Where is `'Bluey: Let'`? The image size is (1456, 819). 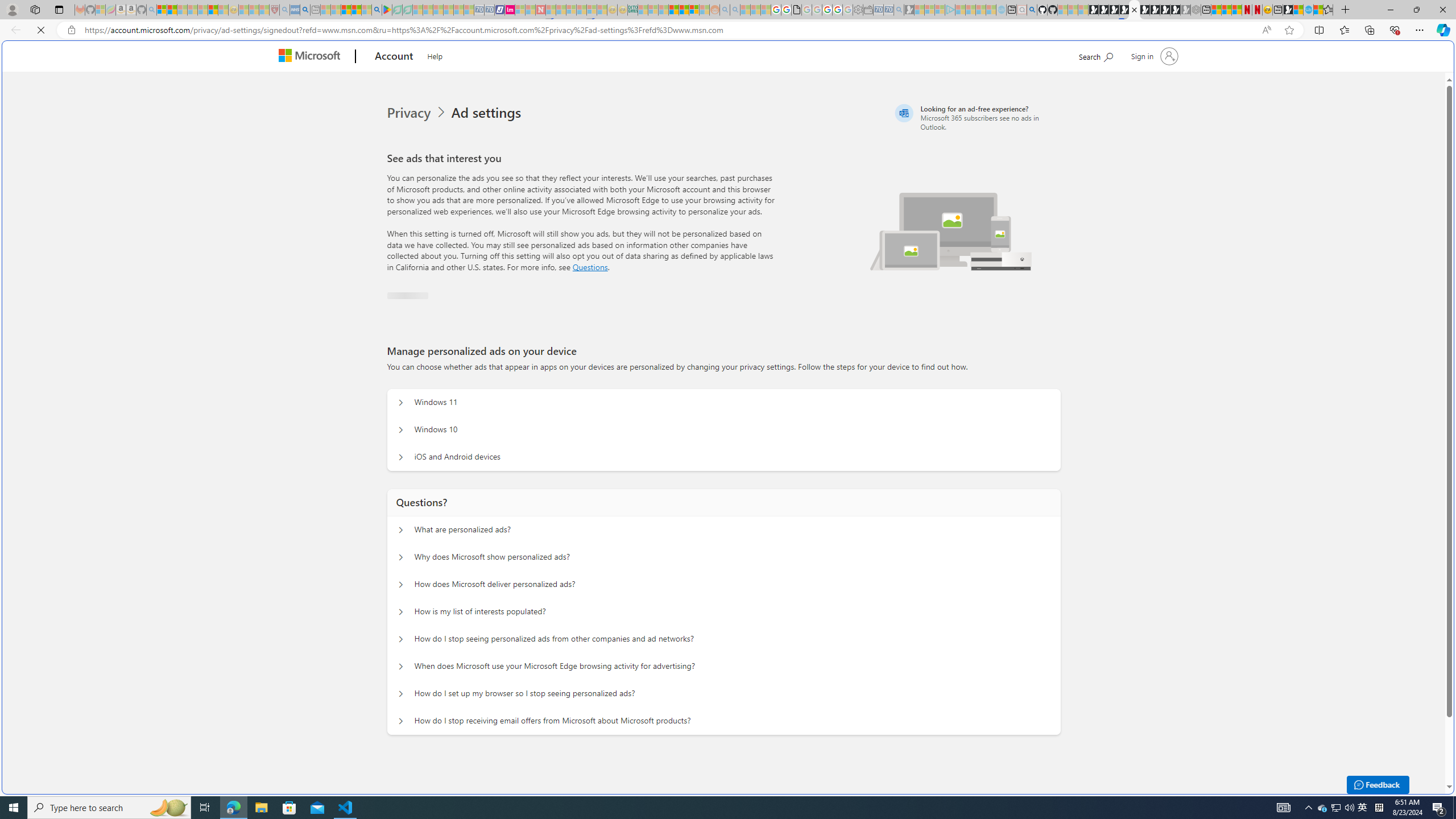
'Bluey: Let' is located at coordinates (387, 9).